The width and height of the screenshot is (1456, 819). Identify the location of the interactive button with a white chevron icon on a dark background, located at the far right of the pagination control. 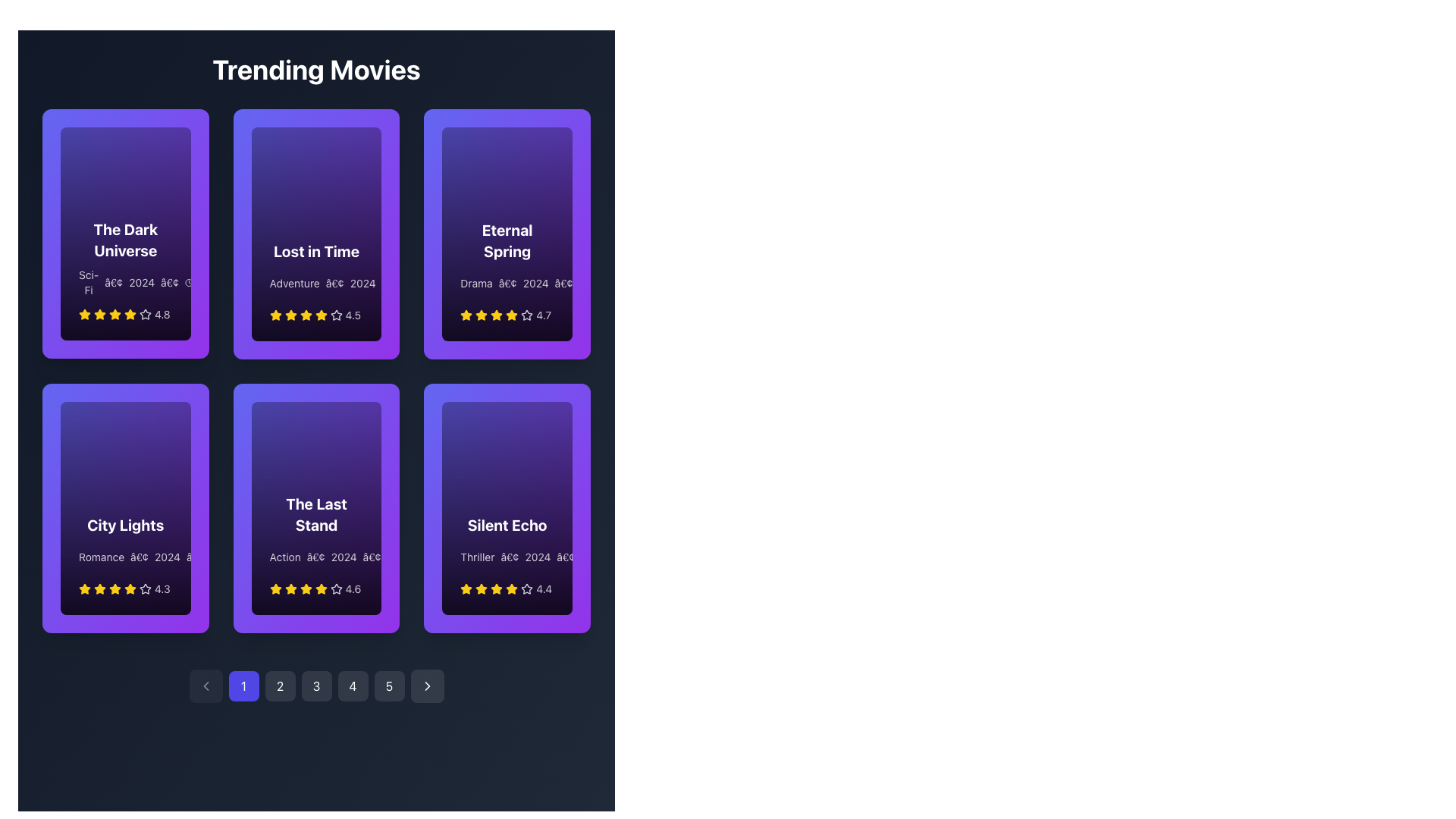
(426, 686).